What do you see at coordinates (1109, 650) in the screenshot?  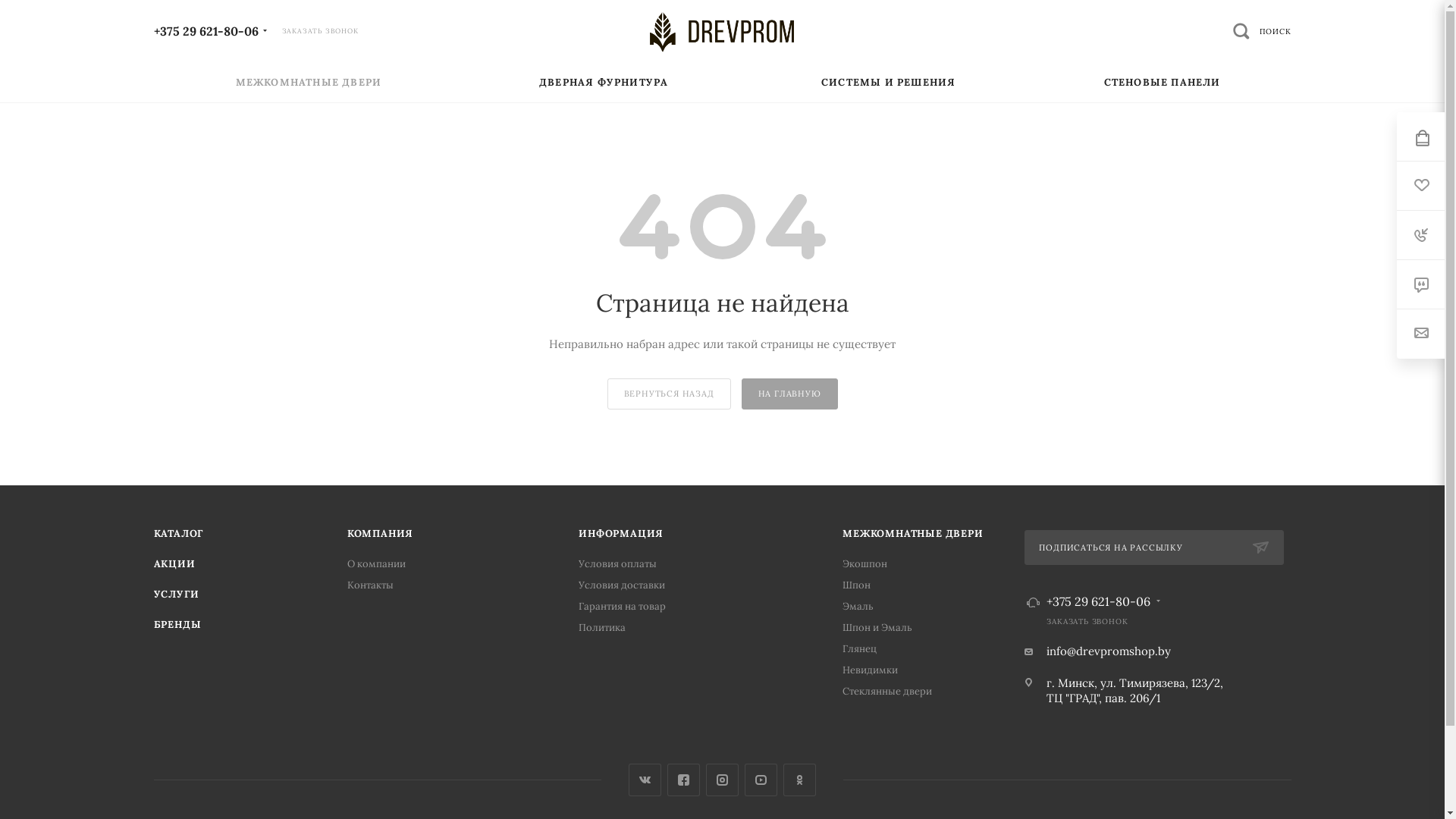 I see `'info@drevpromshop.by'` at bounding box center [1109, 650].